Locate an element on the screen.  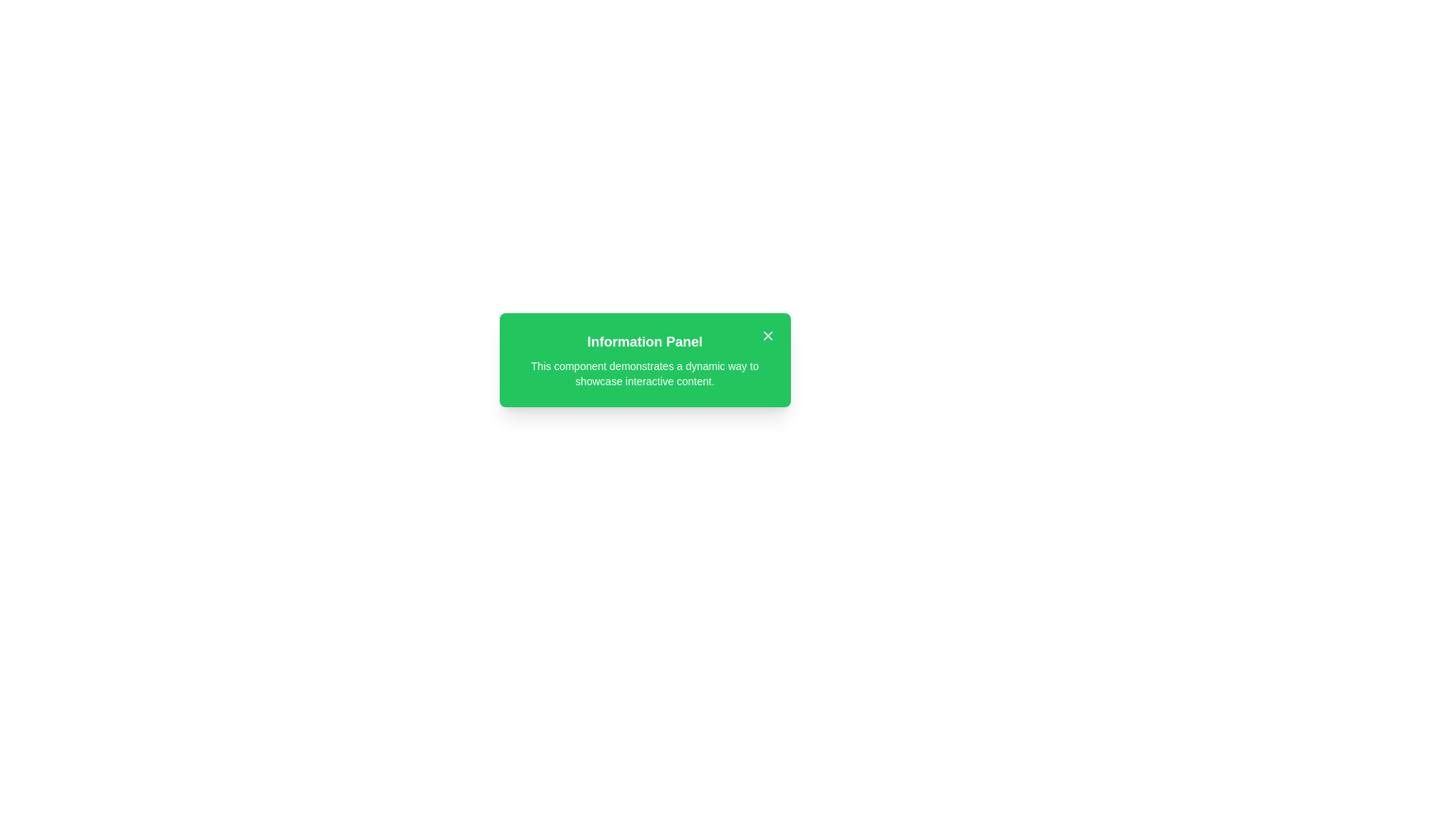
the static text located in the green, rounded-corner 'Information Panel' that provides descriptive information to the user is located at coordinates (645, 374).